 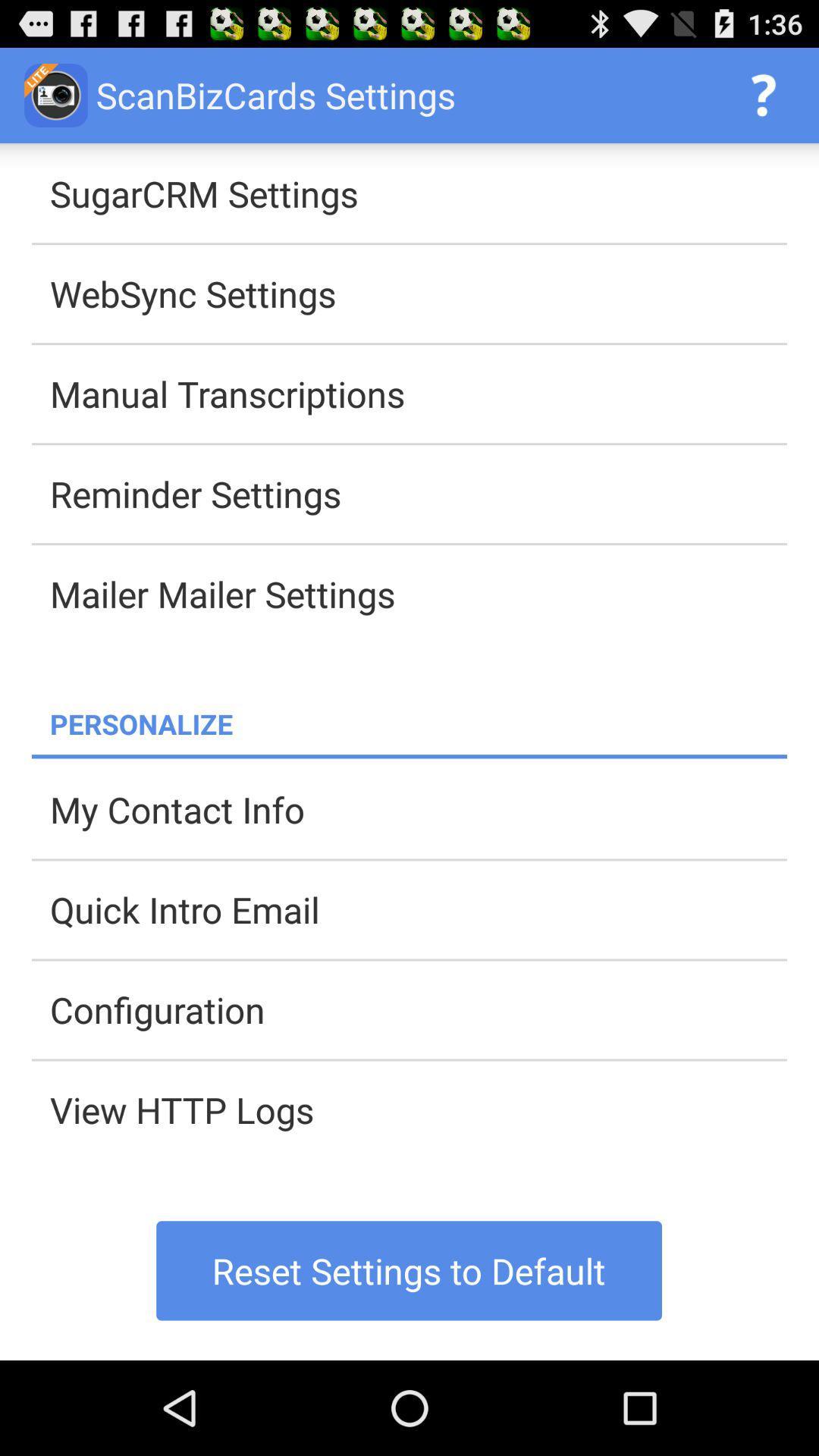 What do you see at coordinates (409, 756) in the screenshot?
I see `the item below the personalize` at bounding box center [409, 756].